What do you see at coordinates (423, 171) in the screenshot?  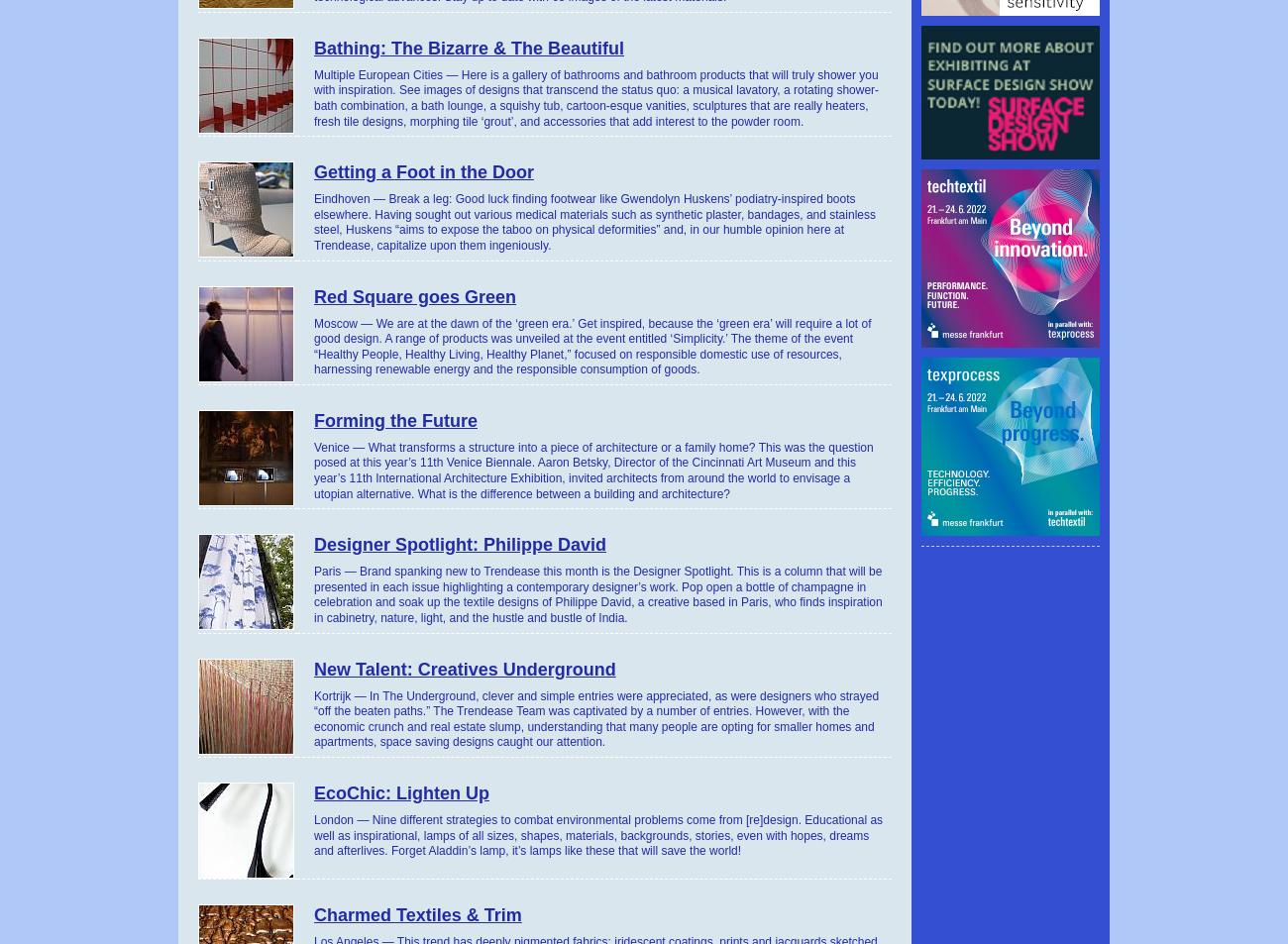 I see `'Getting a Foot in the Door'` at bounding box center [423, 171].